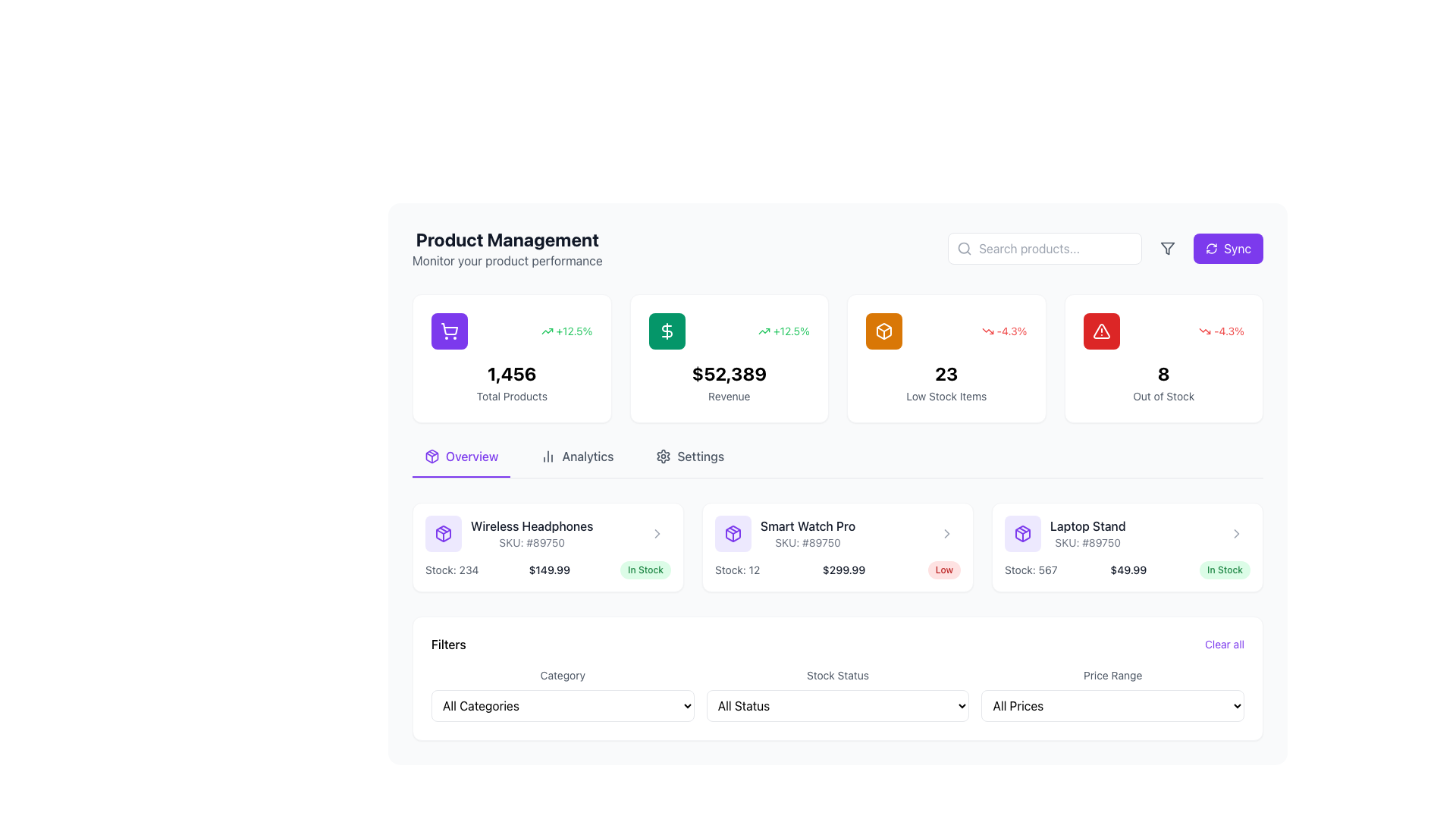 Image resolution: width=1456 pixels, height=819 pixels. What do you see at coordinates (729, 330) in the screenshot?
I see `the informative indicator displaying the revenue growth percentage, located at the top center of the revenue card, for additional data (if enabled)` at bounding box center [729, 330].